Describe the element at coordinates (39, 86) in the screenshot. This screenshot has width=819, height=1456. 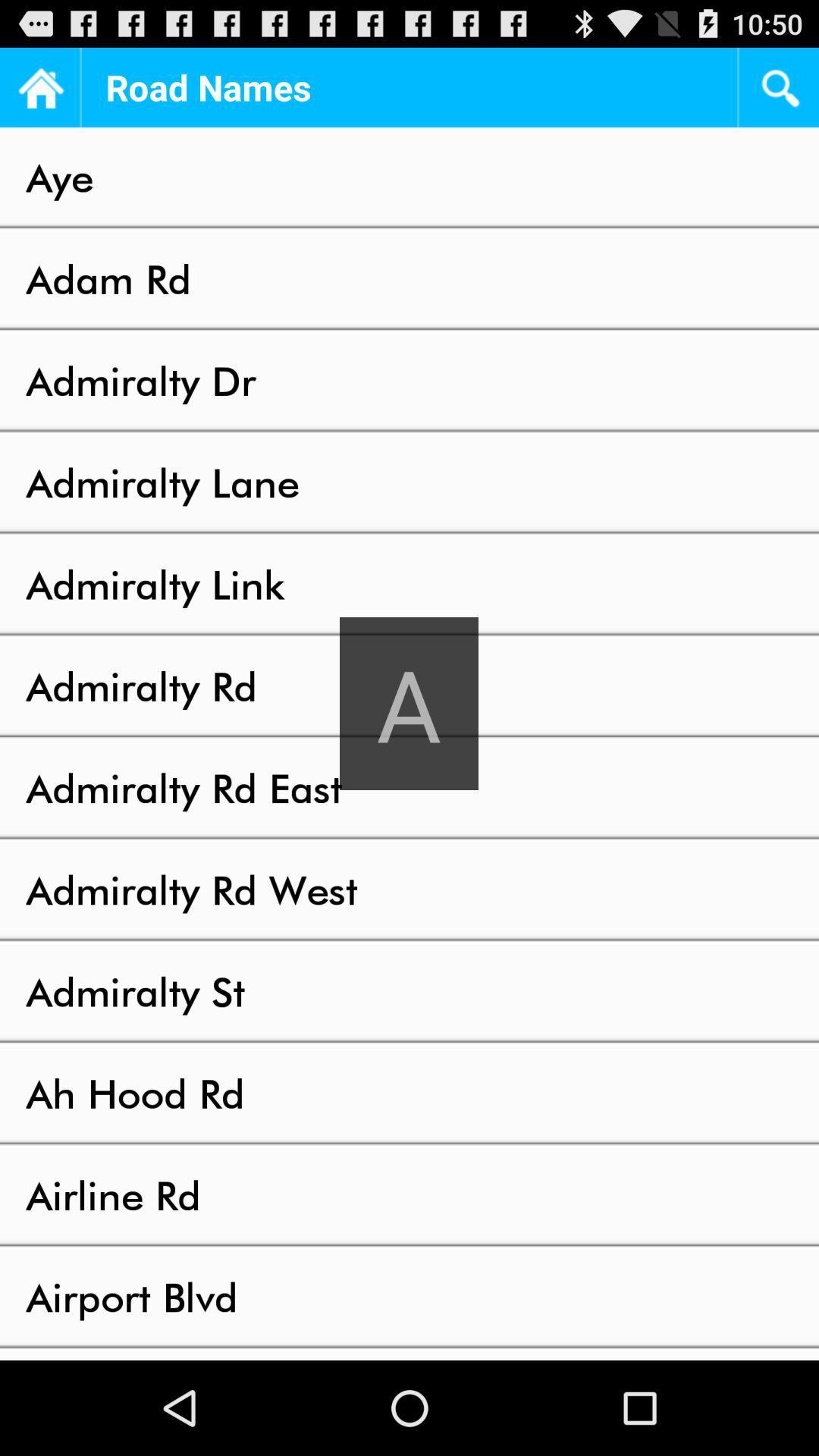
I see `home` at that location.